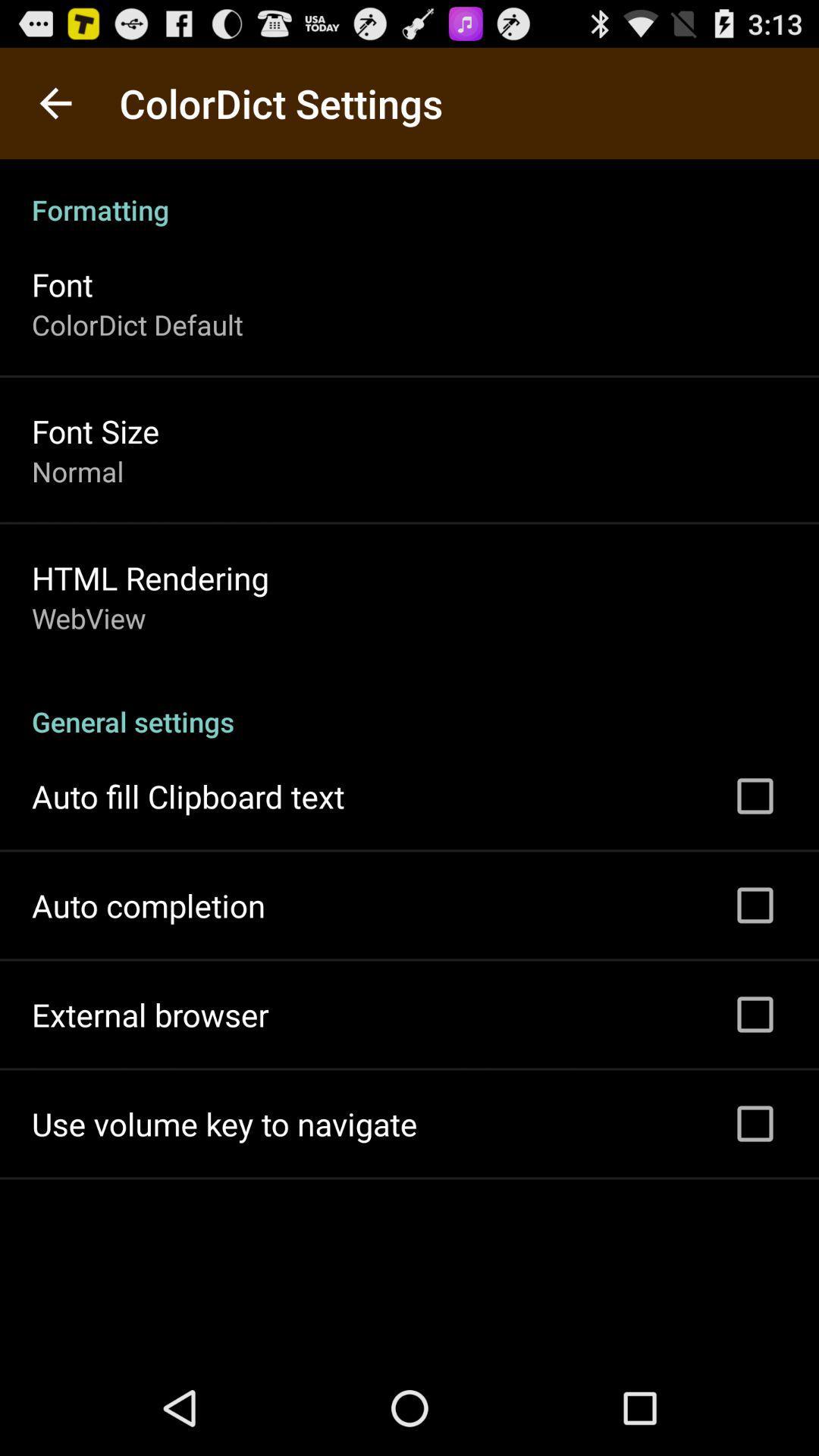  What do you see at coordinates (409, 704) in the screenshot?
I see `the icon at the center` at bounding box center [409, 704].